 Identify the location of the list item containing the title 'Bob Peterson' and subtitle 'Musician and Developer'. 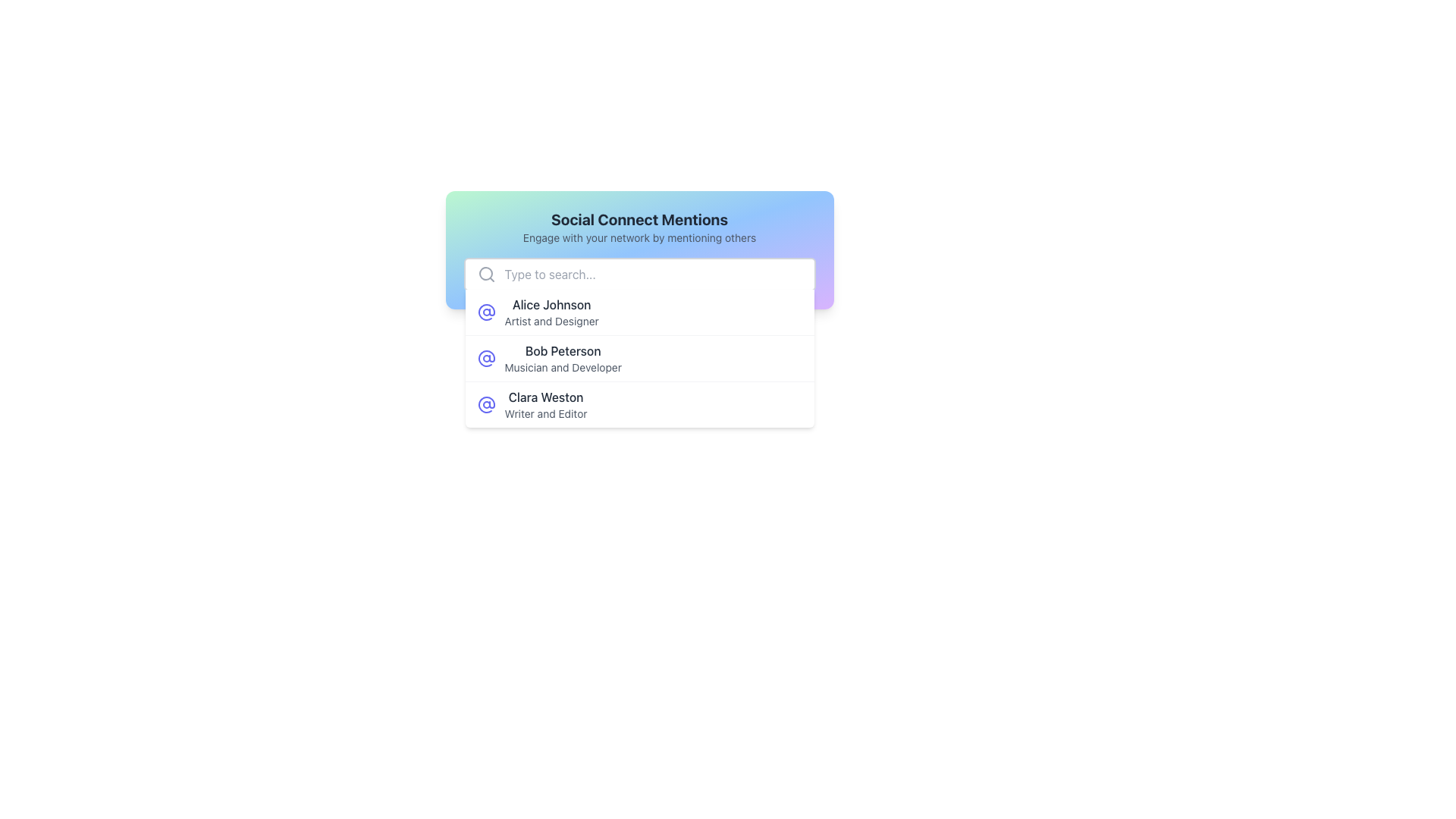
(639, 359).